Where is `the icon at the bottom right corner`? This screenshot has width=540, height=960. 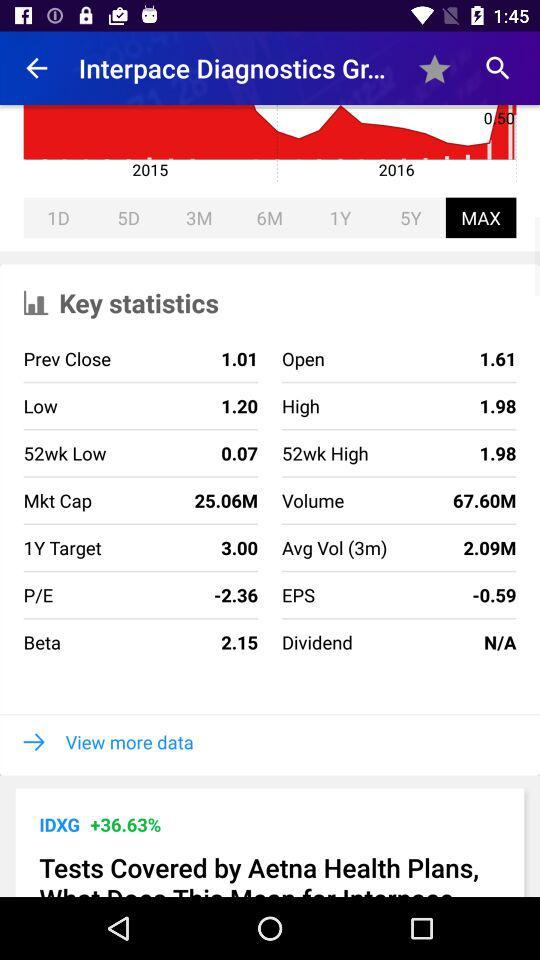 the icon at the bottom right corner is located at coordinates (433, 641).